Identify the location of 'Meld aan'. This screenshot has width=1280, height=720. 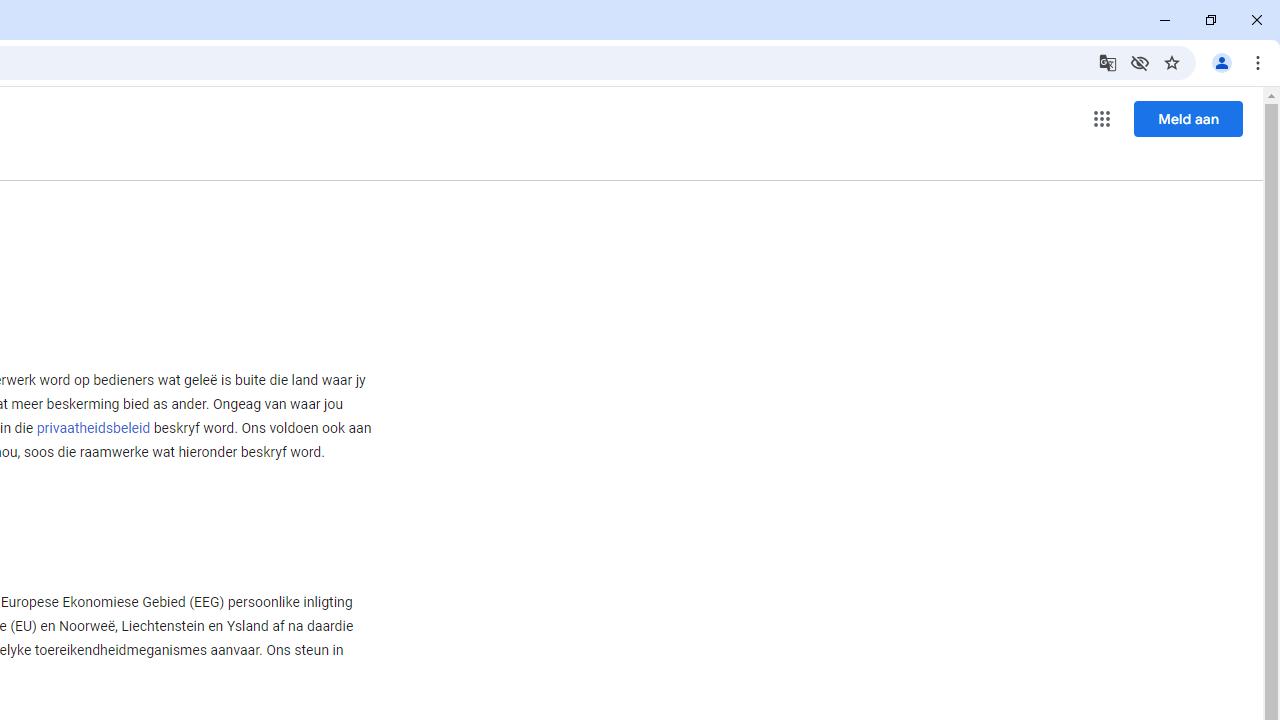
(1188, 118).